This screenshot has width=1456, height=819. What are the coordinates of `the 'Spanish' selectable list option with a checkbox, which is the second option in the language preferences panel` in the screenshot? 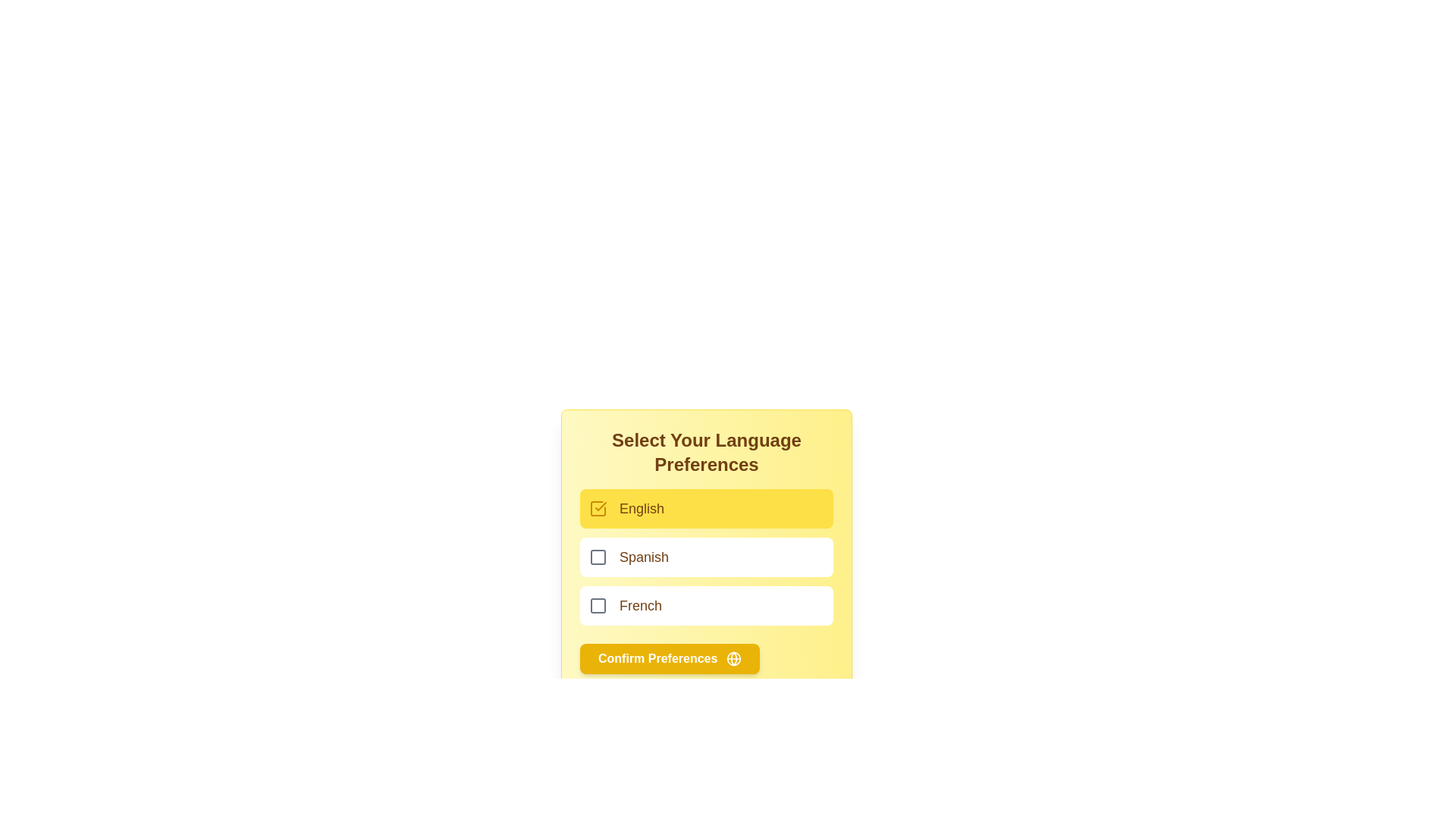 It's located at (705, 557).